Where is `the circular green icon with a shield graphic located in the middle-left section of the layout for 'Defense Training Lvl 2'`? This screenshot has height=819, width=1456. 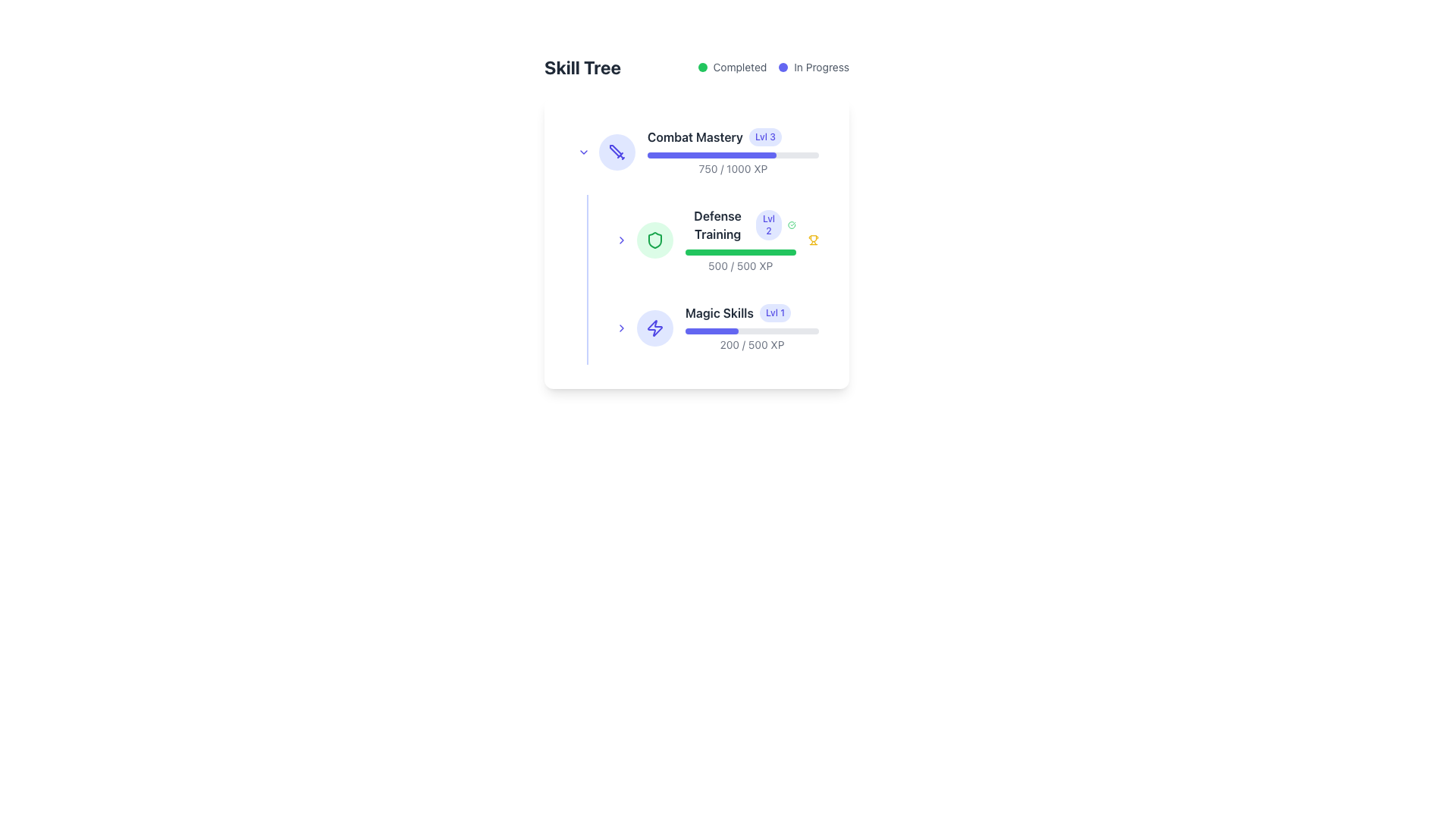 the circular green icon with a shield graphic located in the middle-left section of the layout for 'Defense Training Lvl 2' is located at coordinates (655, 239).